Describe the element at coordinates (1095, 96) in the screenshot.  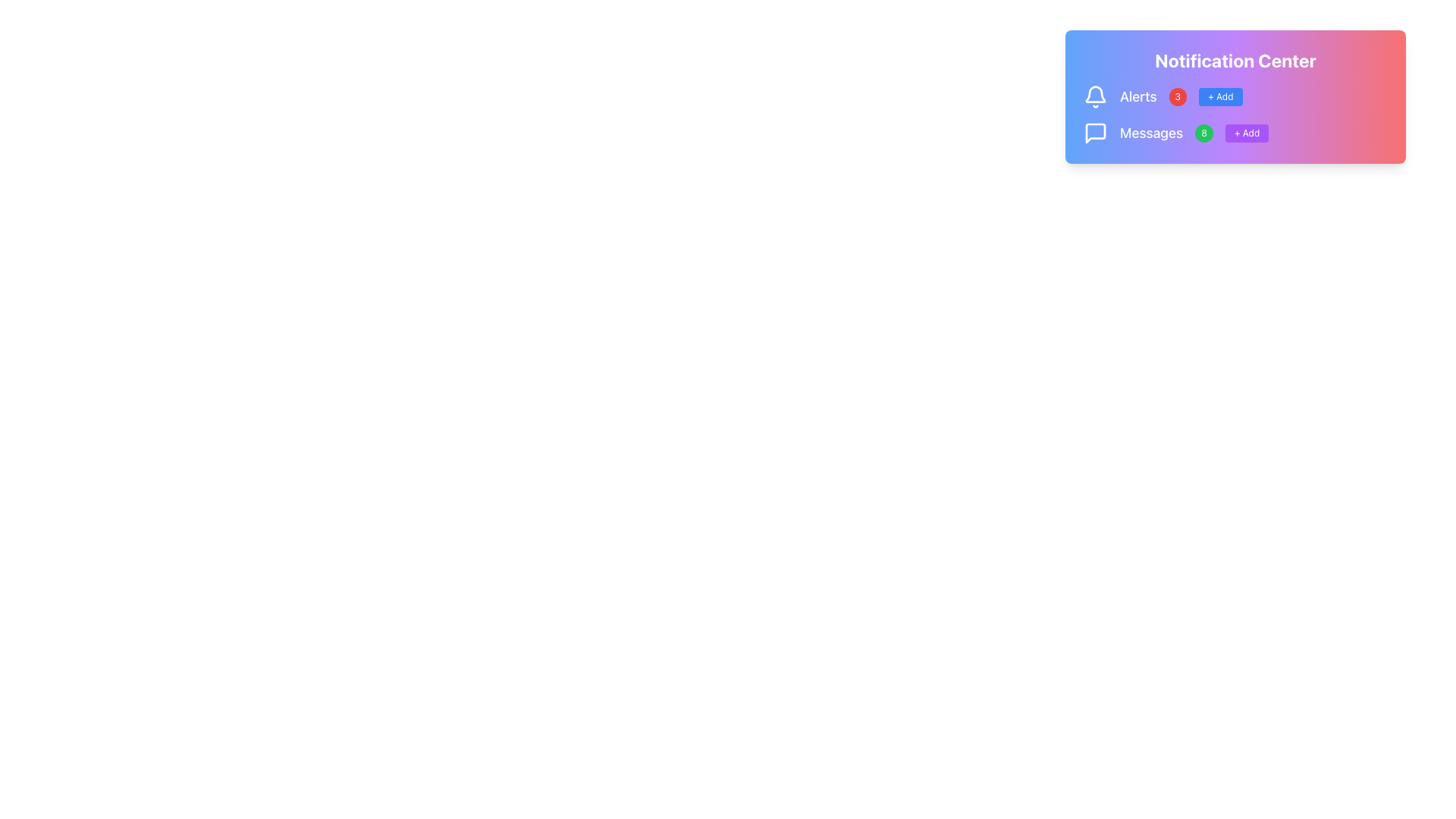
I see `the bell-shaped icon located on the left side of the 'Alerts' section within the 'Notification Center' panel, which is the leftmost icon in the 'Alerts' row and next to the 'Alerts' label` at that location.